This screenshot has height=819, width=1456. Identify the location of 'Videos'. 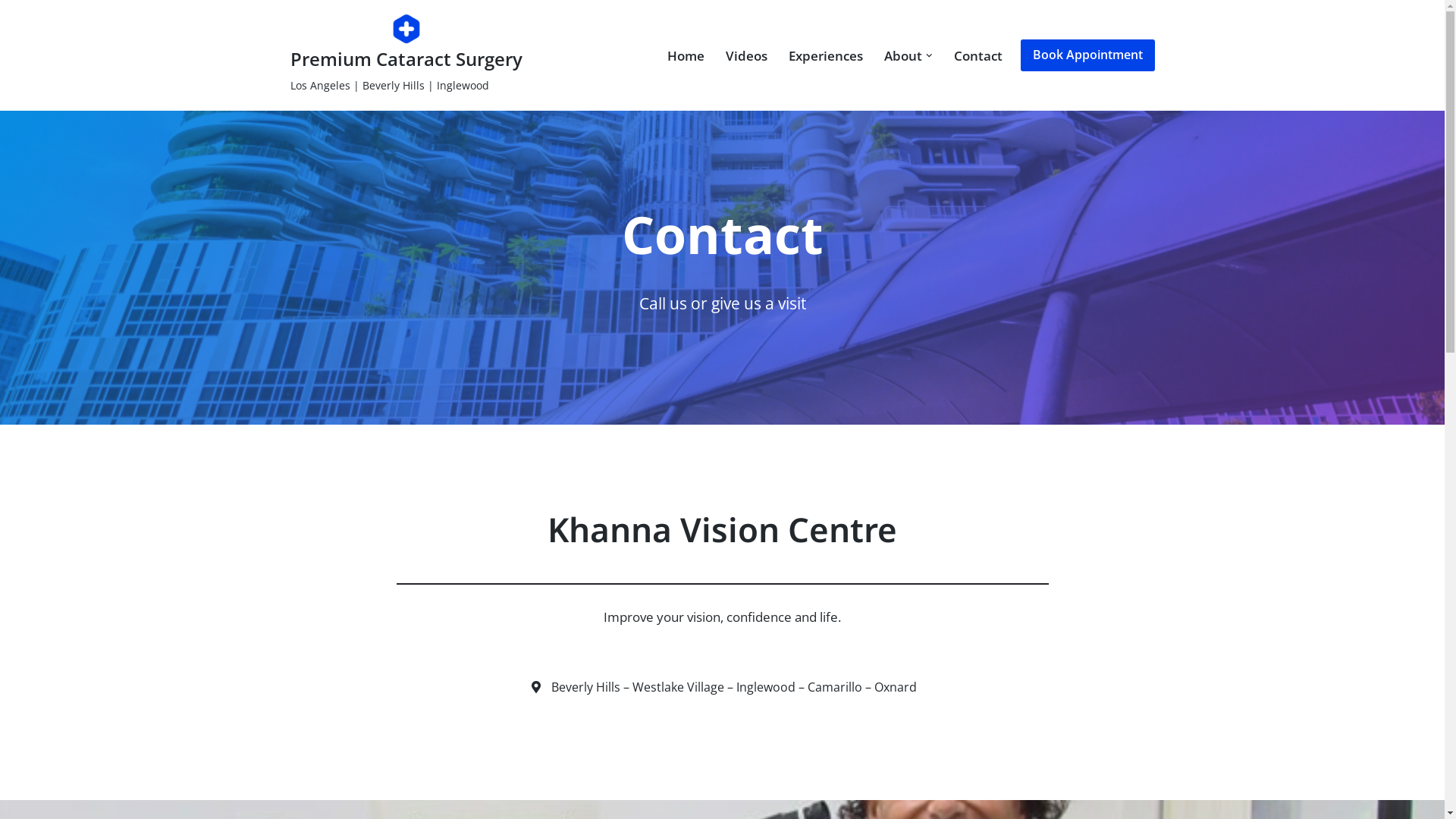
(746, 55).